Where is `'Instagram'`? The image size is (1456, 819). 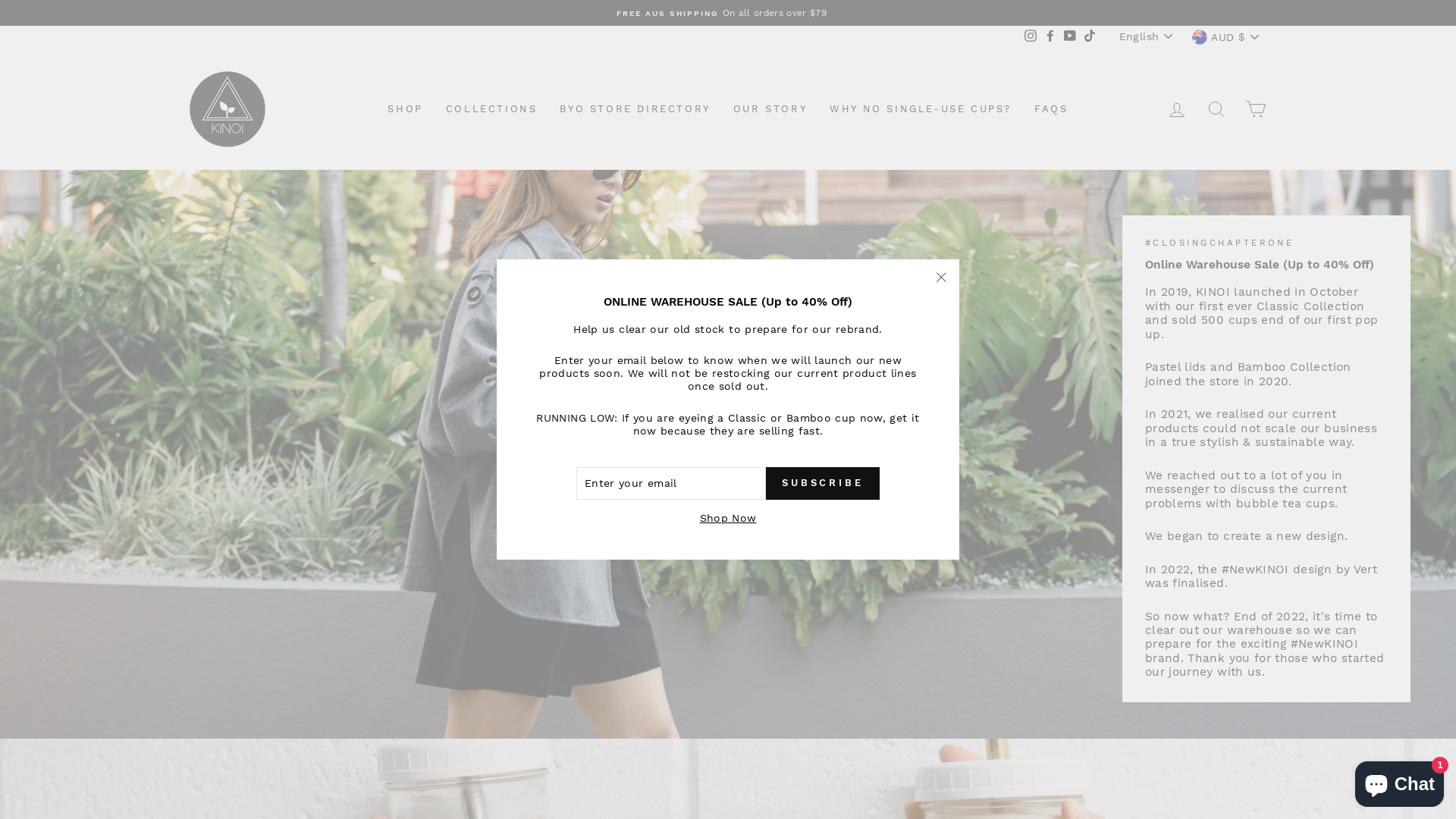 'Instagram' is located at coordinates (1030, 36).